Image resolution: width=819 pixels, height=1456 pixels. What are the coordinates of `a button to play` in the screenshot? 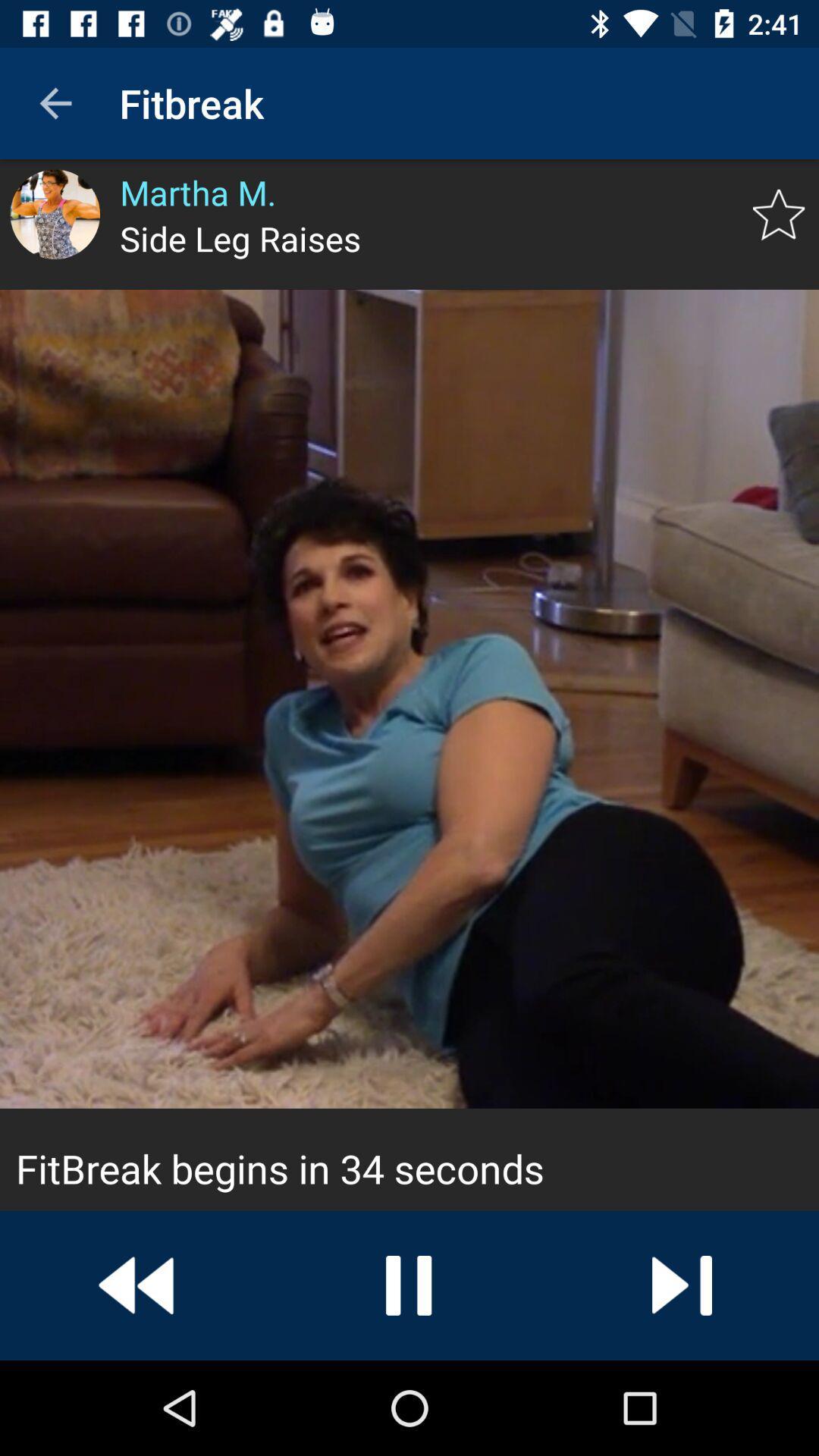 It's located at (681, 1285).